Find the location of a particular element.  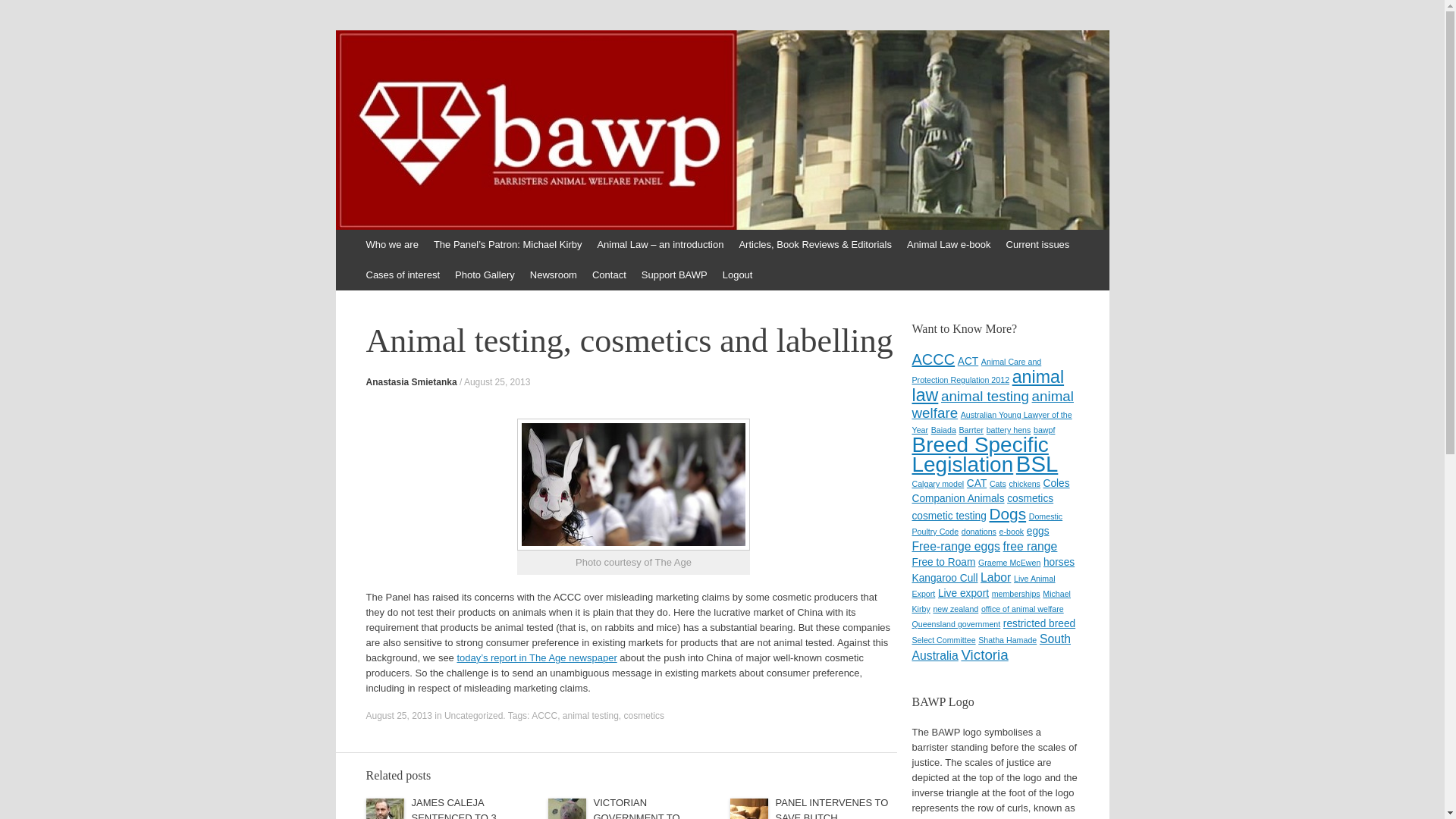

'Companion Animals' is located at coordinates (956, 498).